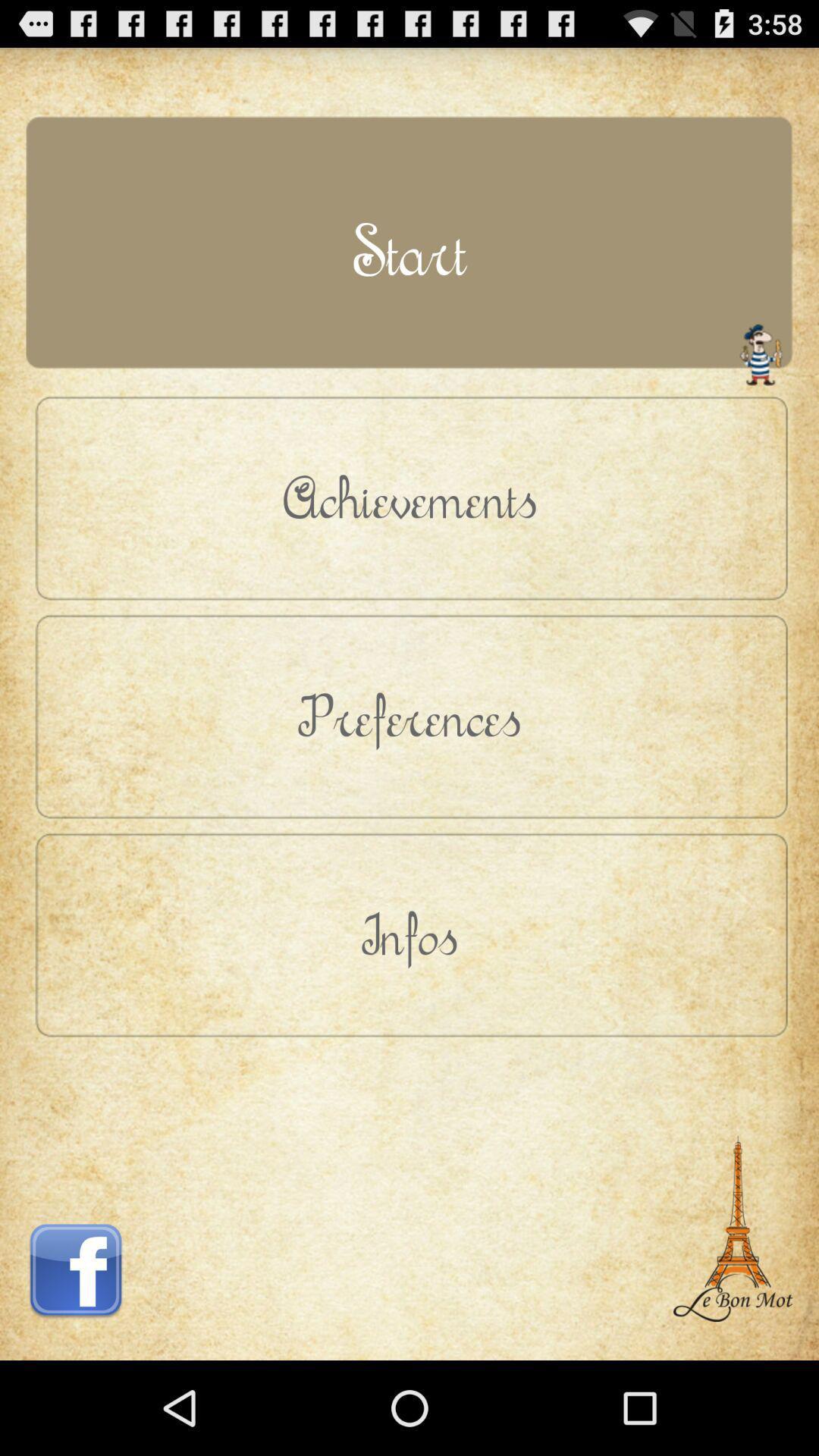 The height and width of the screenshot is (1456, 819). What do you see at coordinates (409, 934) in the screenshot?
I see `infos` at bounding box center [409, 934].